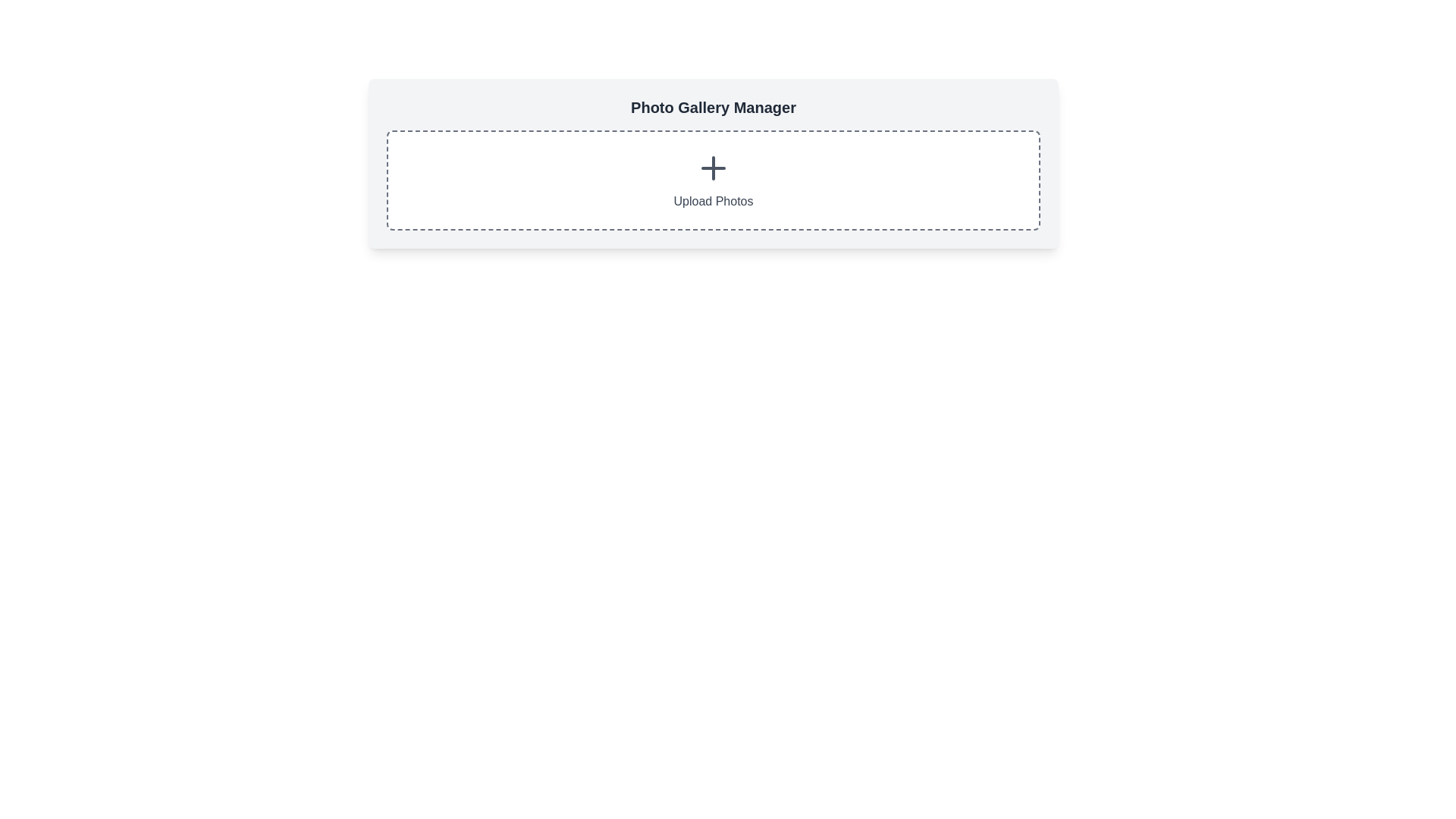  Describe the element at coordinates (712, 168) in the screenshot. I see `the Icon Button located at the center of the dashed-bordered rectangle to initiate the photo upload process` at that location.